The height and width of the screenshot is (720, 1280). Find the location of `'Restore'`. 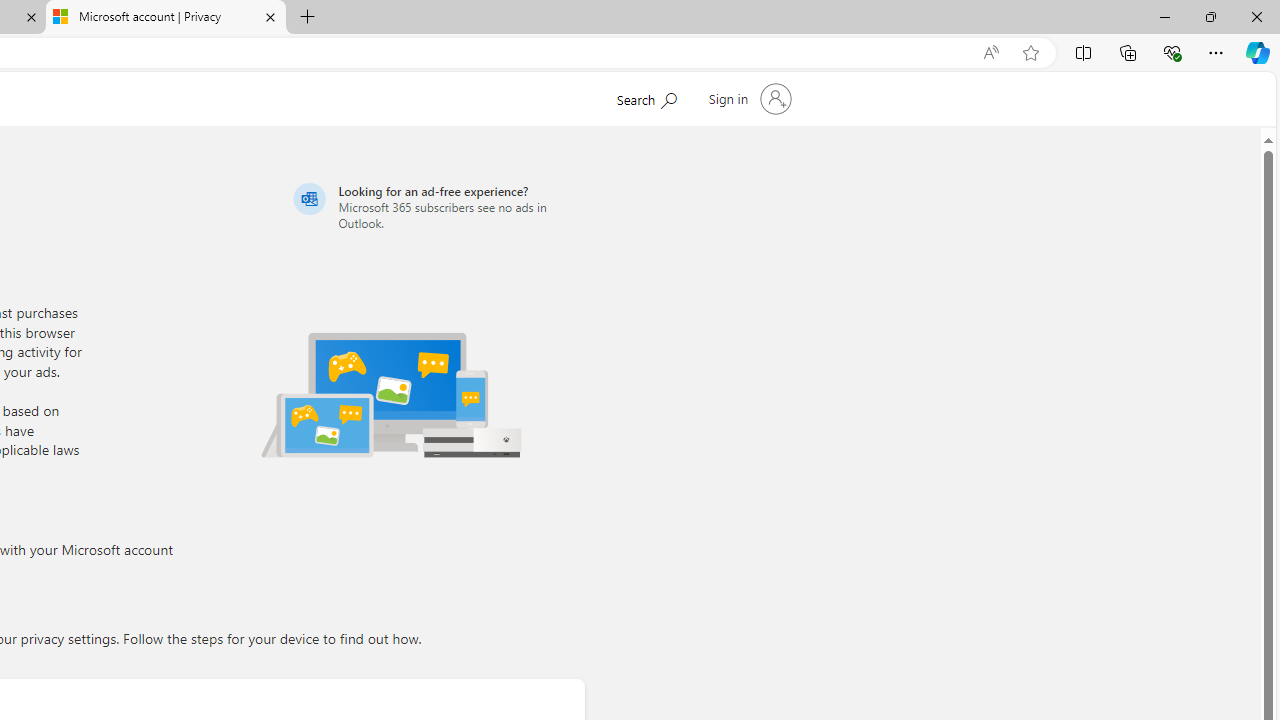

'Restore' is located at coordinates (1209, 16).